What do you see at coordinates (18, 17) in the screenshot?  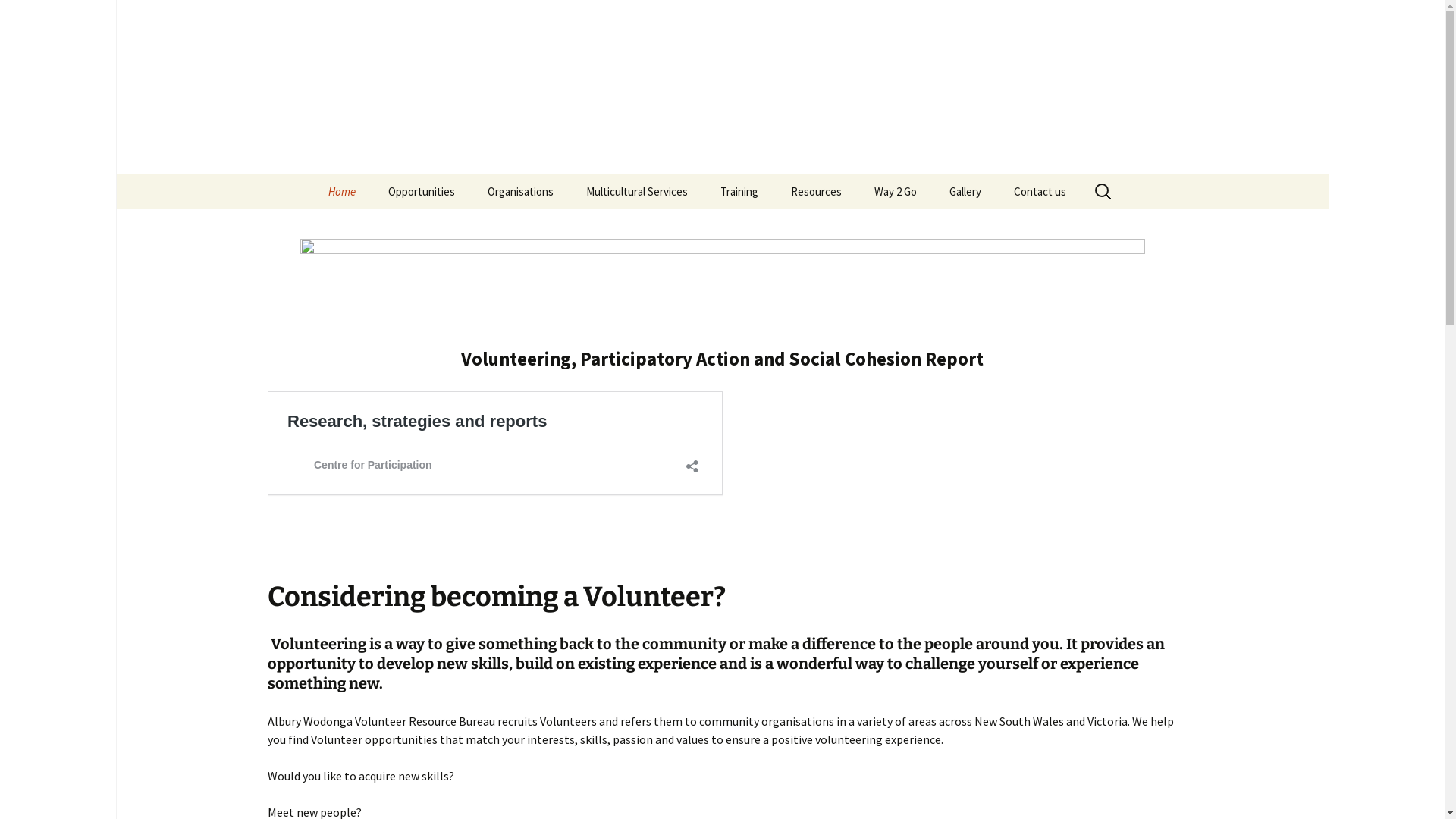 I see `'Search'` at bounding box center [18, 17].